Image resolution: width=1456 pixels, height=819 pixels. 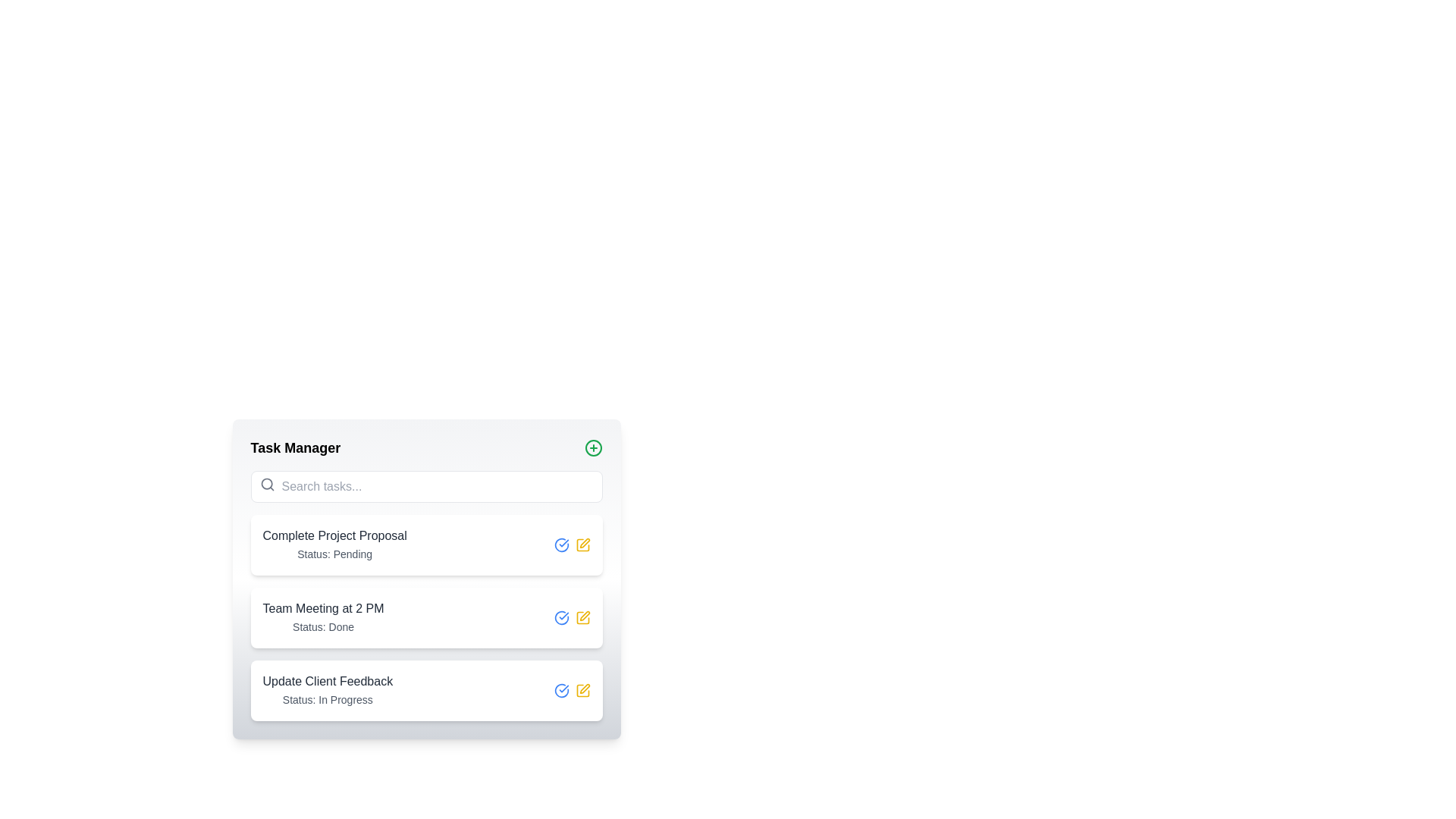 What do you see at coordinates (582, 544) in the screenshot?
I see `the edit icon (pen) located beside the 'Complete Project Proposal' task entry` at bounding box center [582, 544].